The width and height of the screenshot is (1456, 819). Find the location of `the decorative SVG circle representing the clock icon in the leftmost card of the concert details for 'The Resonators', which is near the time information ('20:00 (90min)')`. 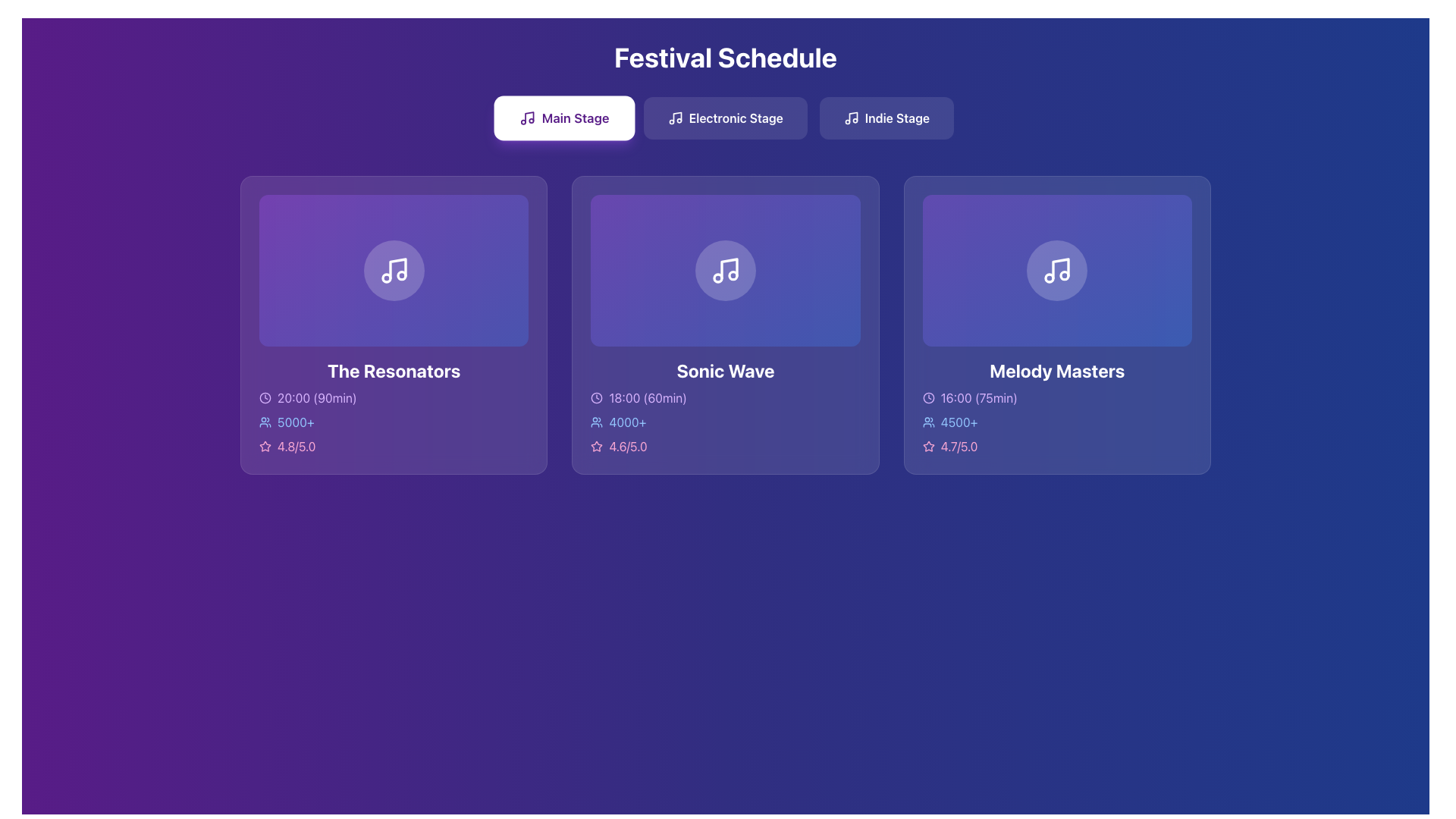

the decorative SVG circle representing the clock icon in the leftmost card of the concert details for 'The Resonators', which is near the time information ('20:00 (90min)') is located at coordinates (265, 397).